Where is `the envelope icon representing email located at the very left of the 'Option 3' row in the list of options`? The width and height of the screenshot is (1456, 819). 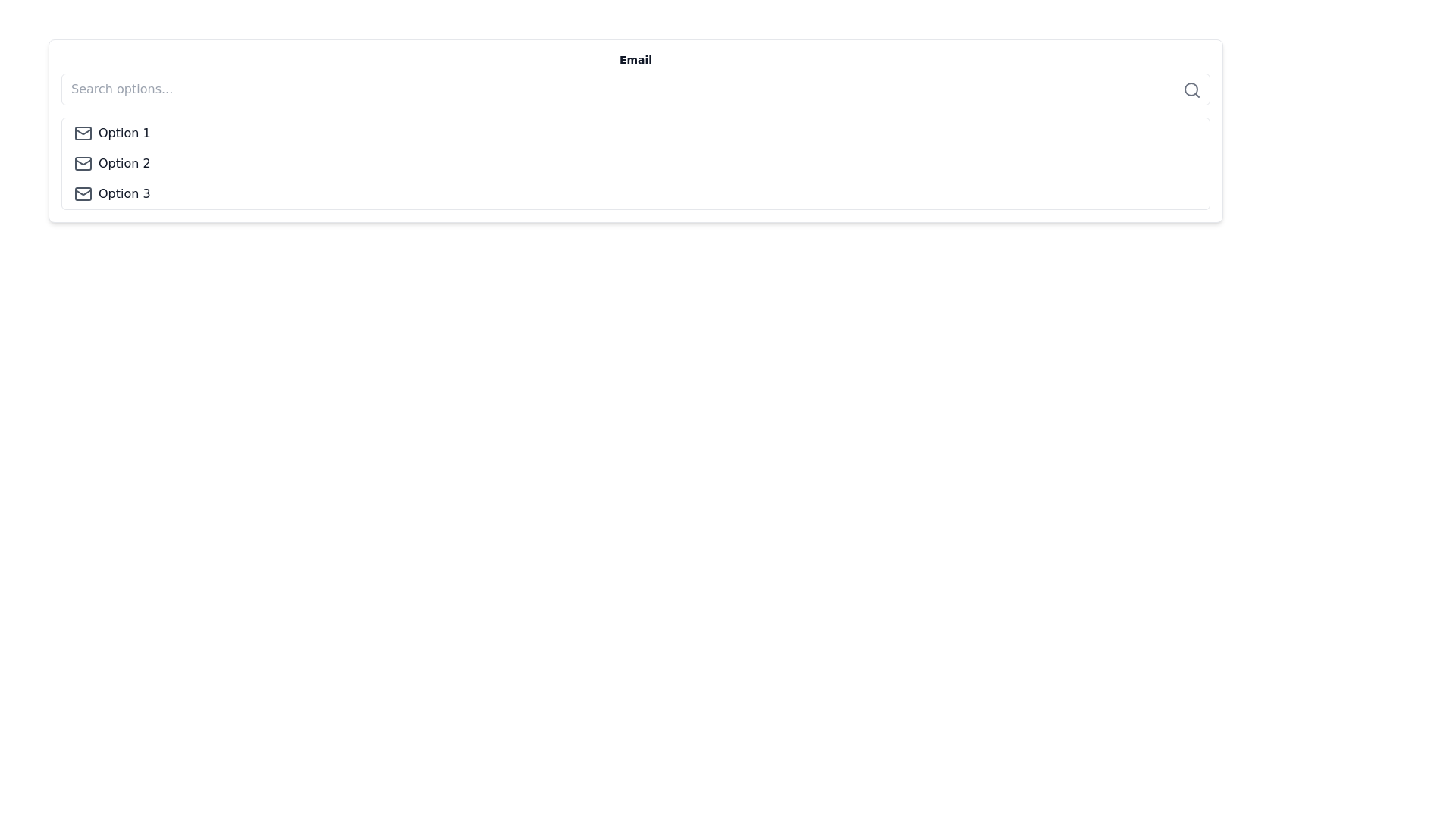 the envelope icon representing email located at the very left of the 'Option 3' row in the list of options is located at coordinates (83, 193).